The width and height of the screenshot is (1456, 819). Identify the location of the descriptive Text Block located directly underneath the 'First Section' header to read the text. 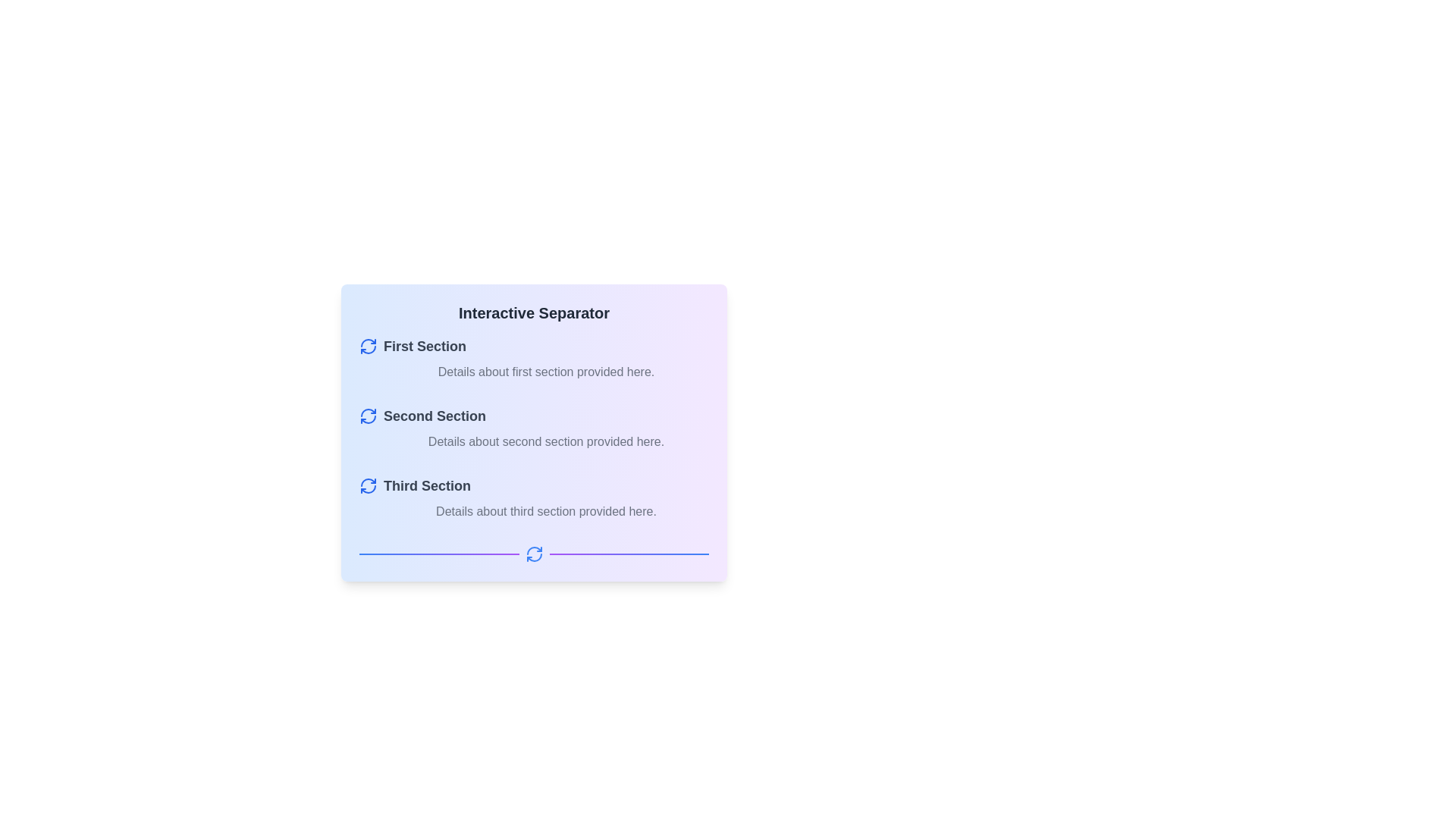
(534, 372).